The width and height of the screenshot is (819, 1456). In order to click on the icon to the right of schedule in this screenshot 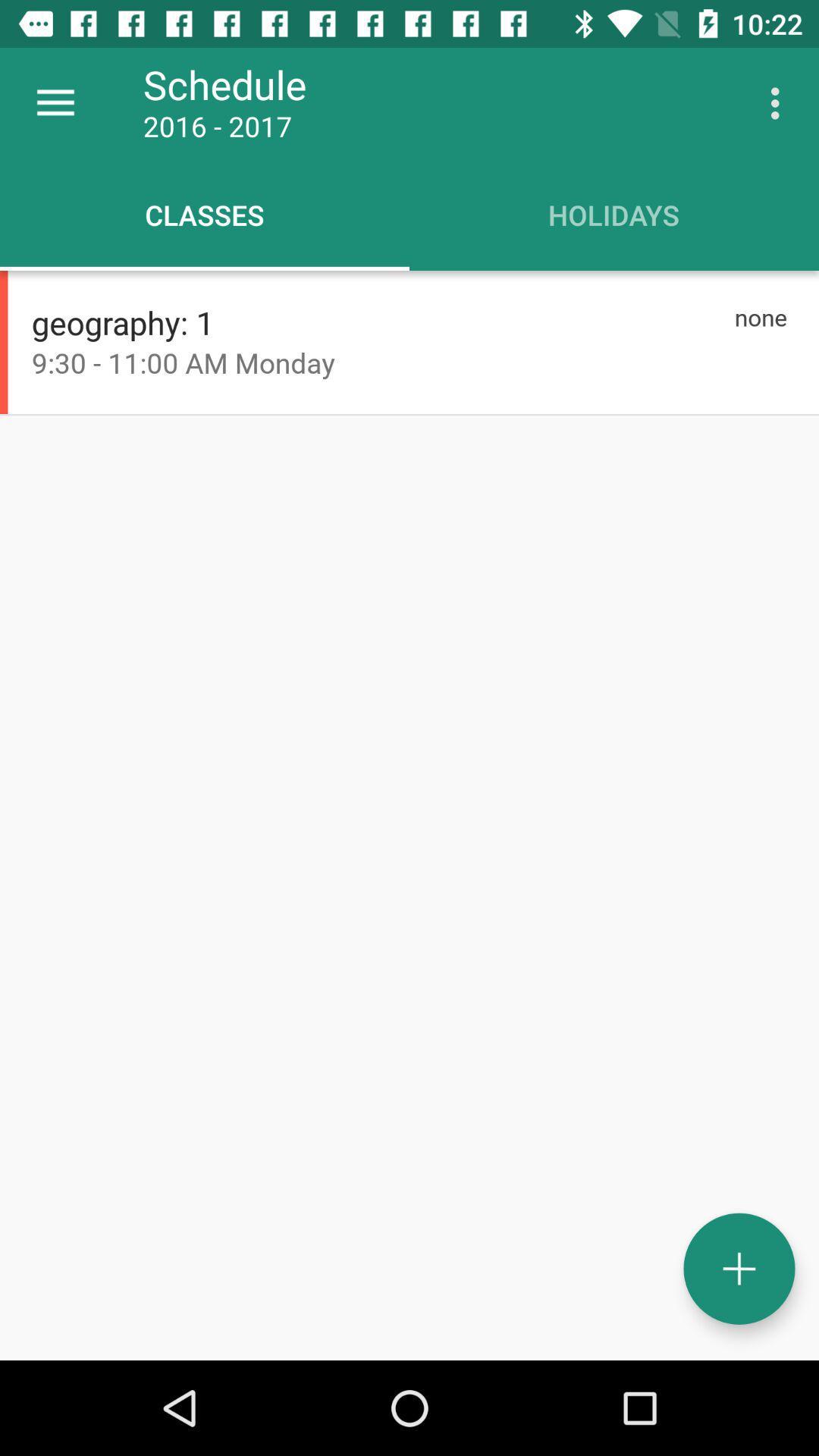, I will do `click(779, 102)`.